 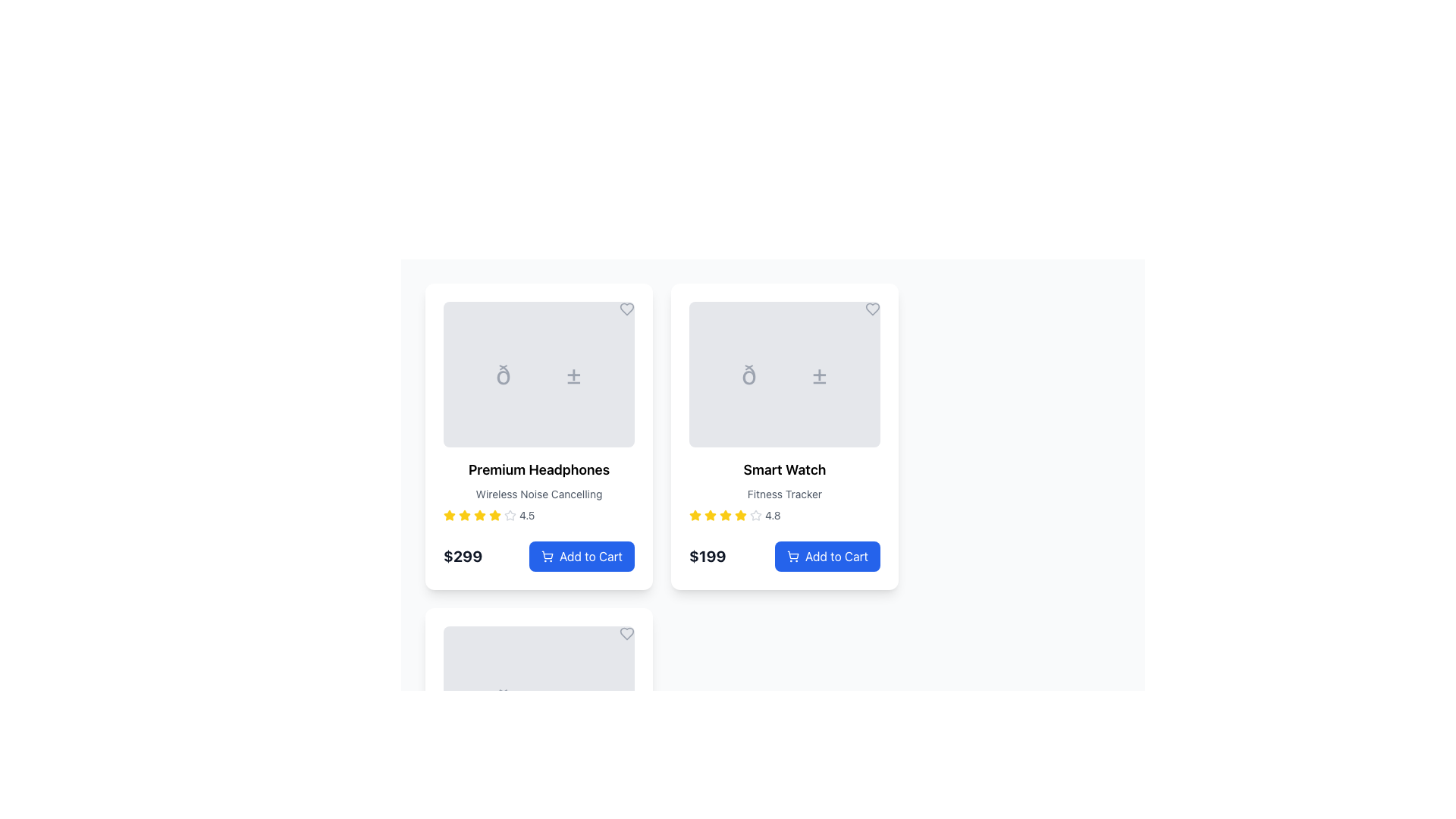 What do you see at coordinates (785, 550) in the screenshot?
I see `the button in the 'Smart Watch' product card` at bounding box center [785, 550].